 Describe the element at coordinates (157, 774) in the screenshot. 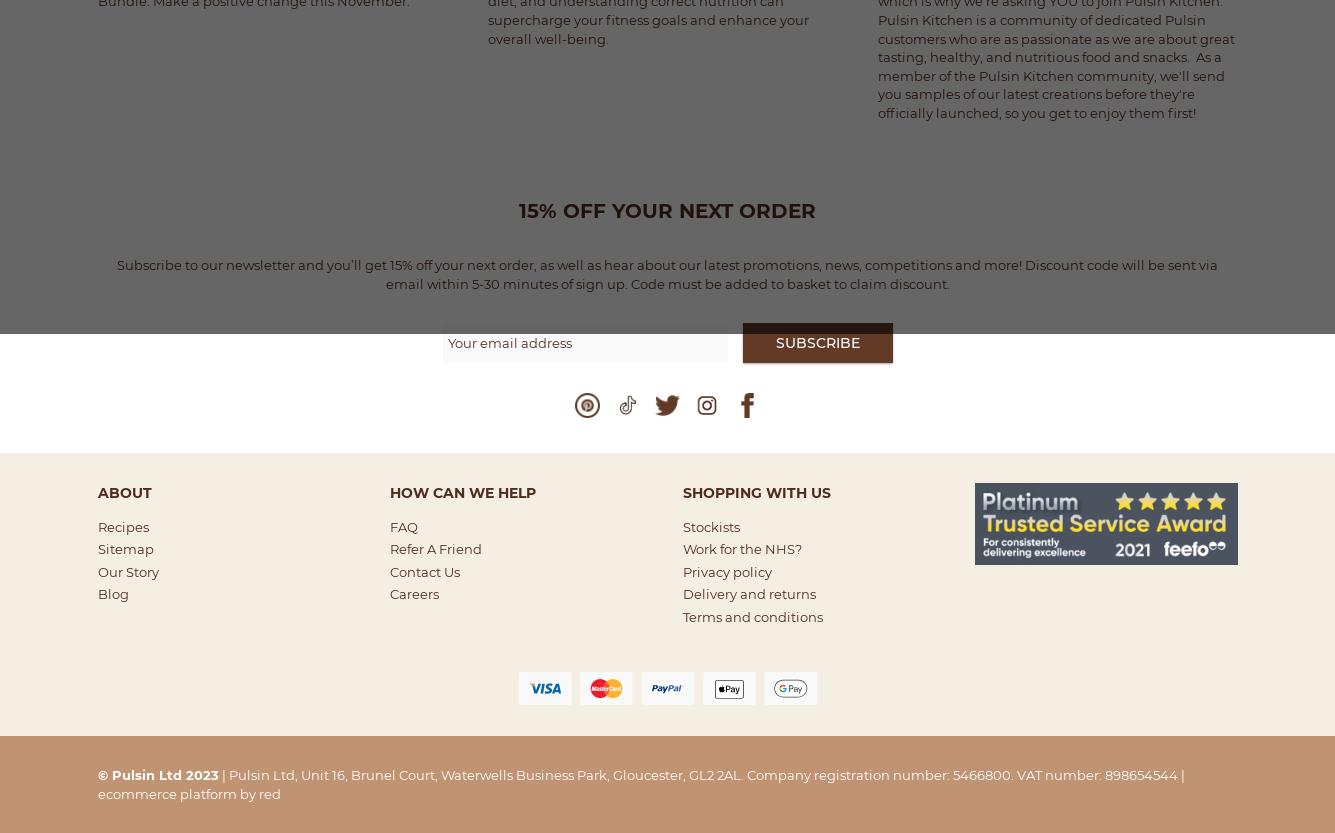

I see `'© Pulsin Ltd 2023'` at that location.